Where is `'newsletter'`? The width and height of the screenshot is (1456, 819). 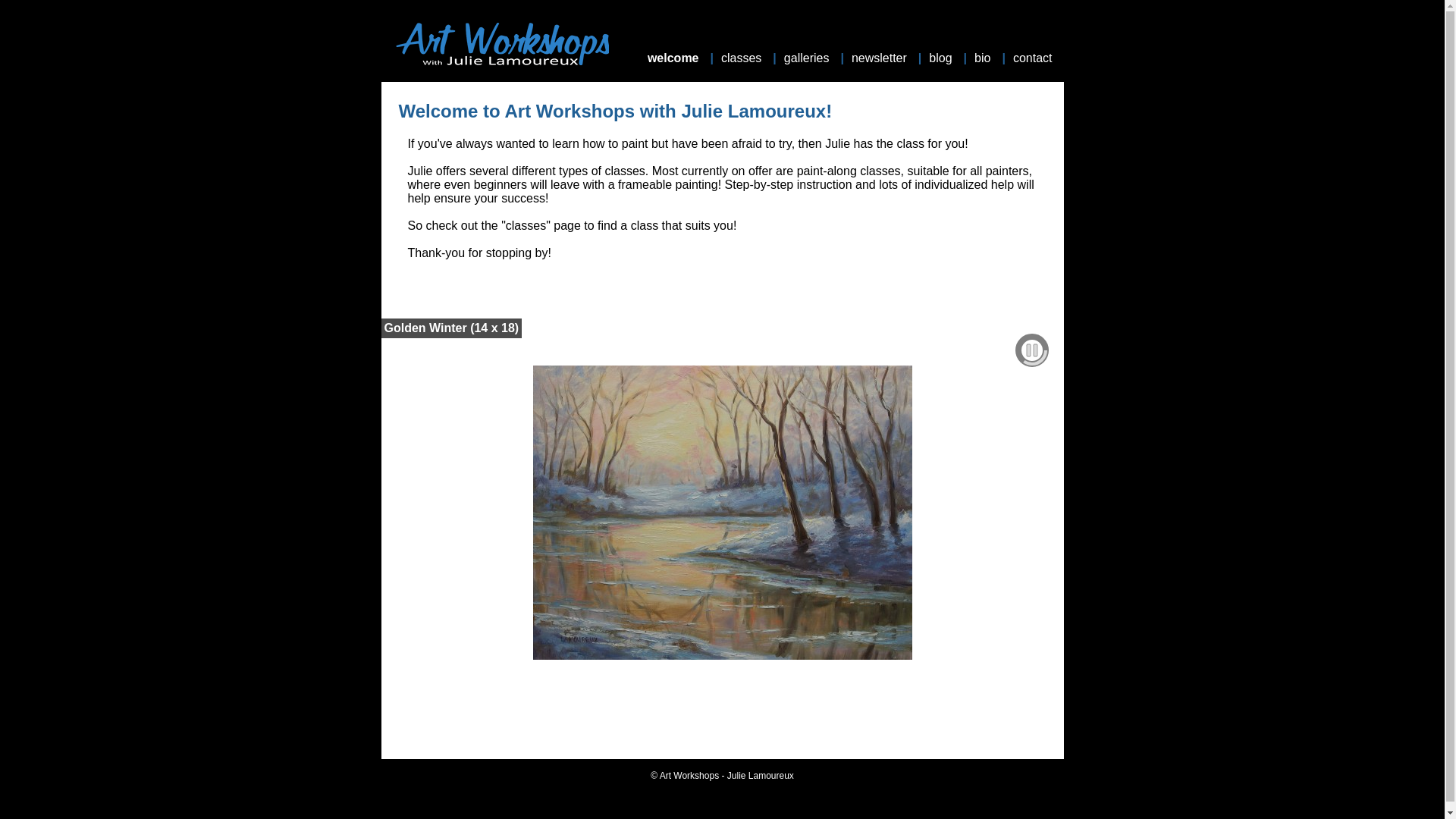 'newsletter' is located at coordinates (880, 58).